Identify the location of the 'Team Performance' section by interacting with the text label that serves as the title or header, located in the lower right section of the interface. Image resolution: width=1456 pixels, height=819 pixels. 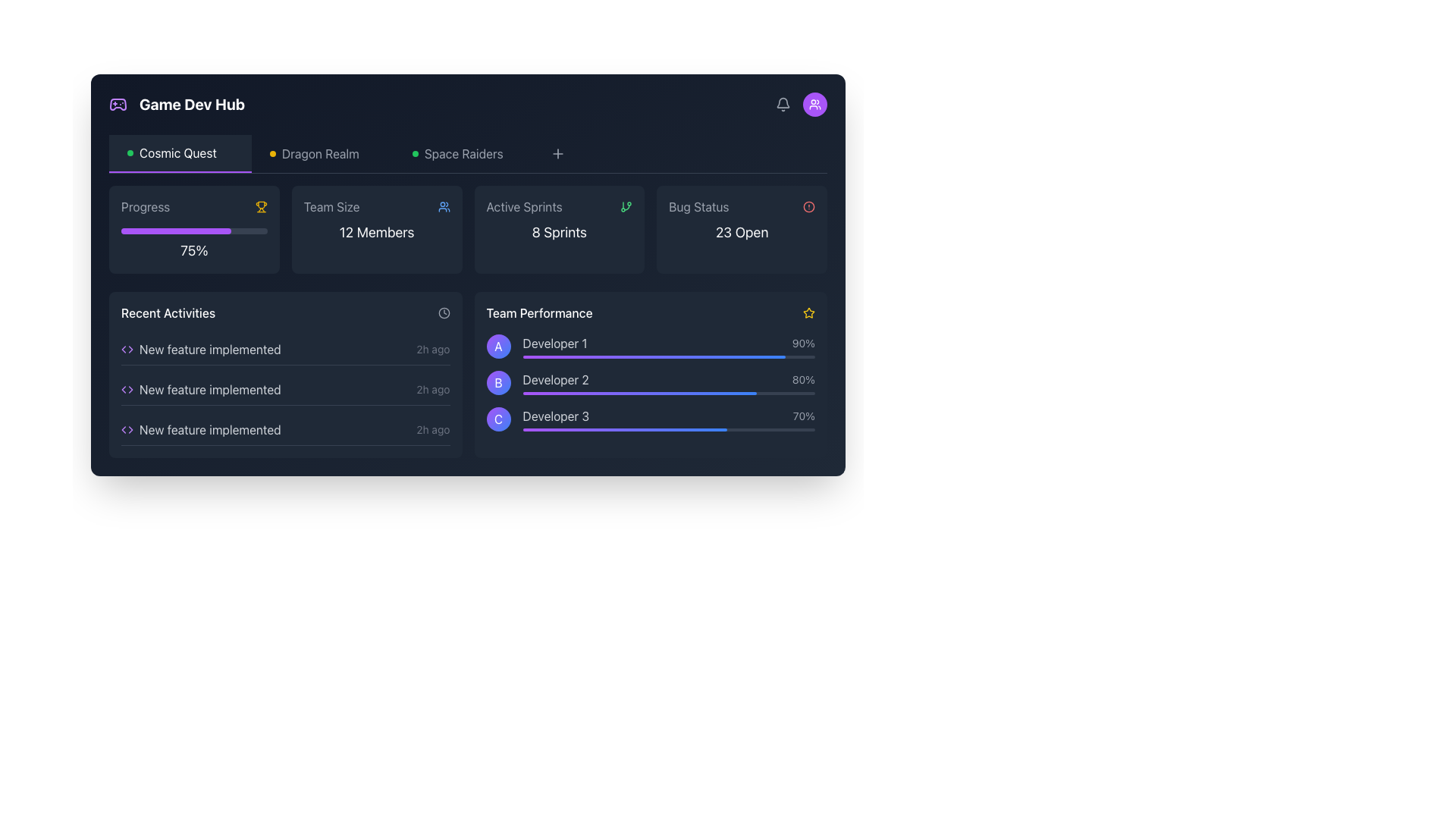
(651, 312).